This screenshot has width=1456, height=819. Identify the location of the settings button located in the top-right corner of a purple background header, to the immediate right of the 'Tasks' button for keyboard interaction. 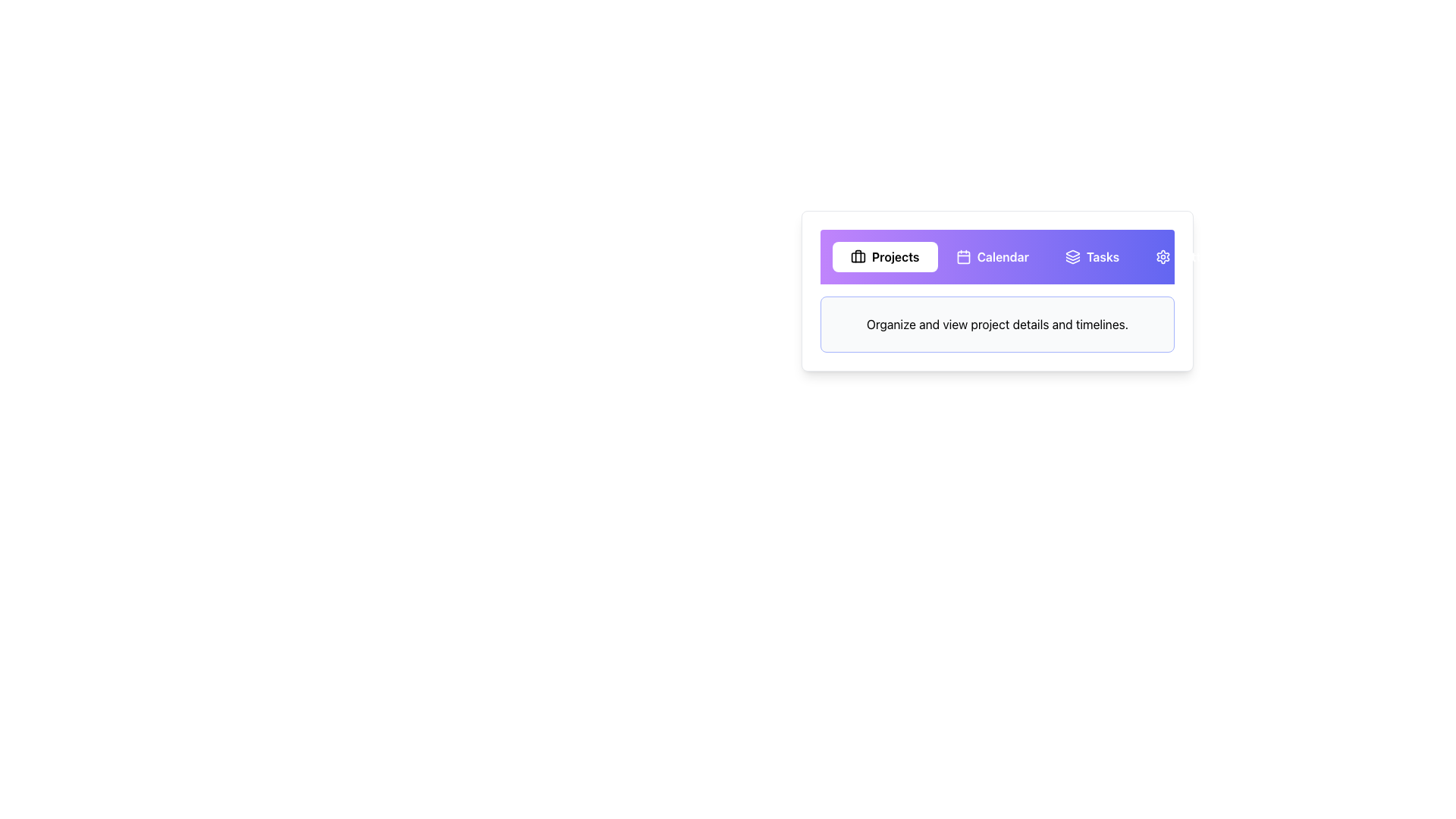
(1189, 256).